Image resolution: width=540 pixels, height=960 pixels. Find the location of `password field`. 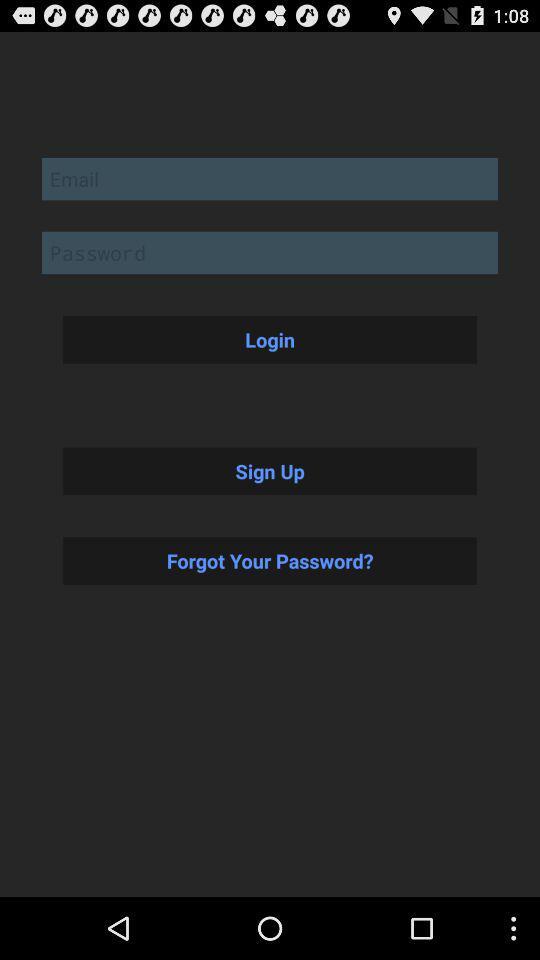

password field is located at coordinates (270, 251).